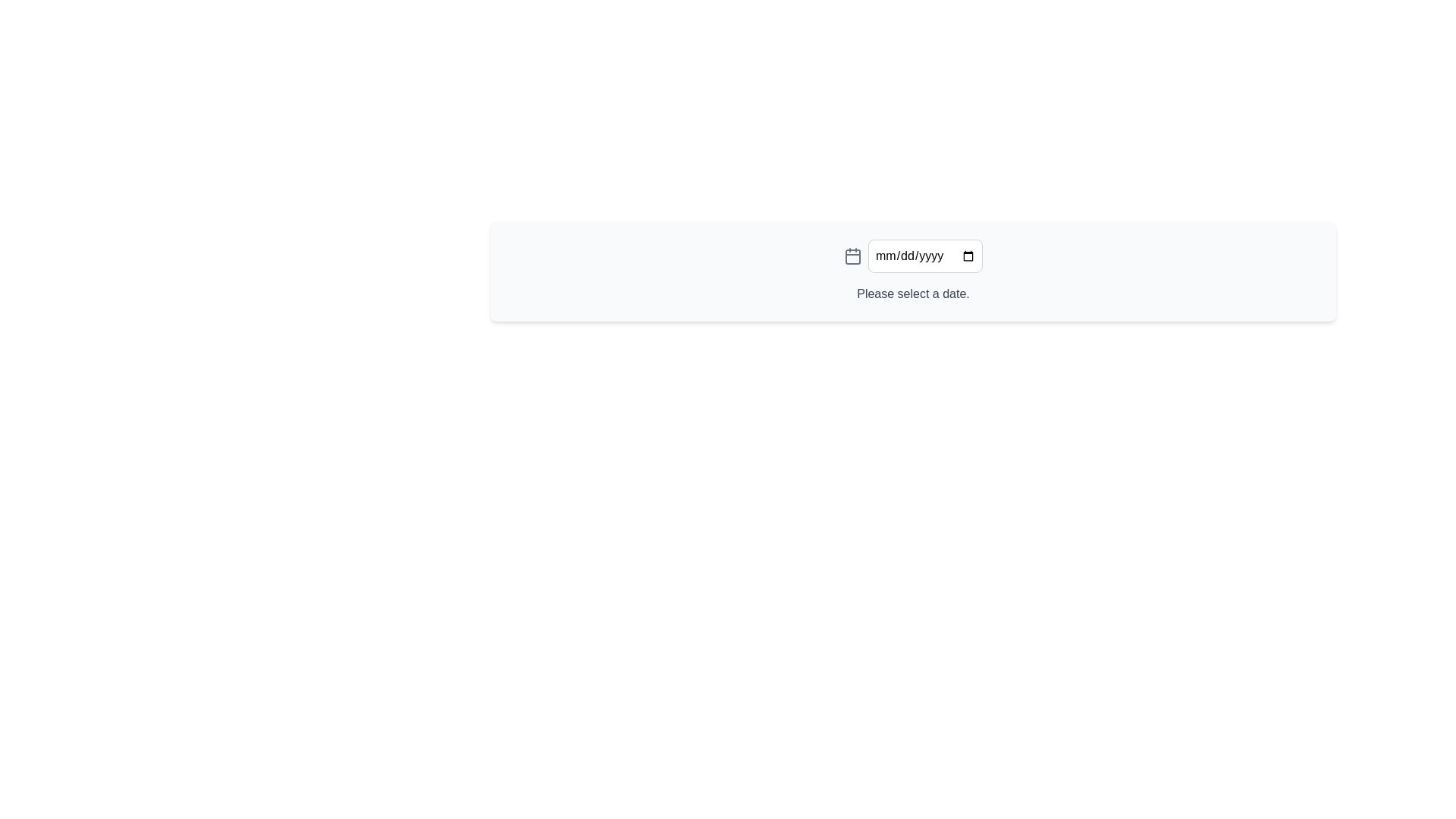 This screenshot has height=819, width=1456. I want to click on the small rectangle with rounded corners that is part of the calendar icon, positioned centrally within the bounds of the icon, located towards the top-left area of the form section, next to a text input field, so click(852, 256).